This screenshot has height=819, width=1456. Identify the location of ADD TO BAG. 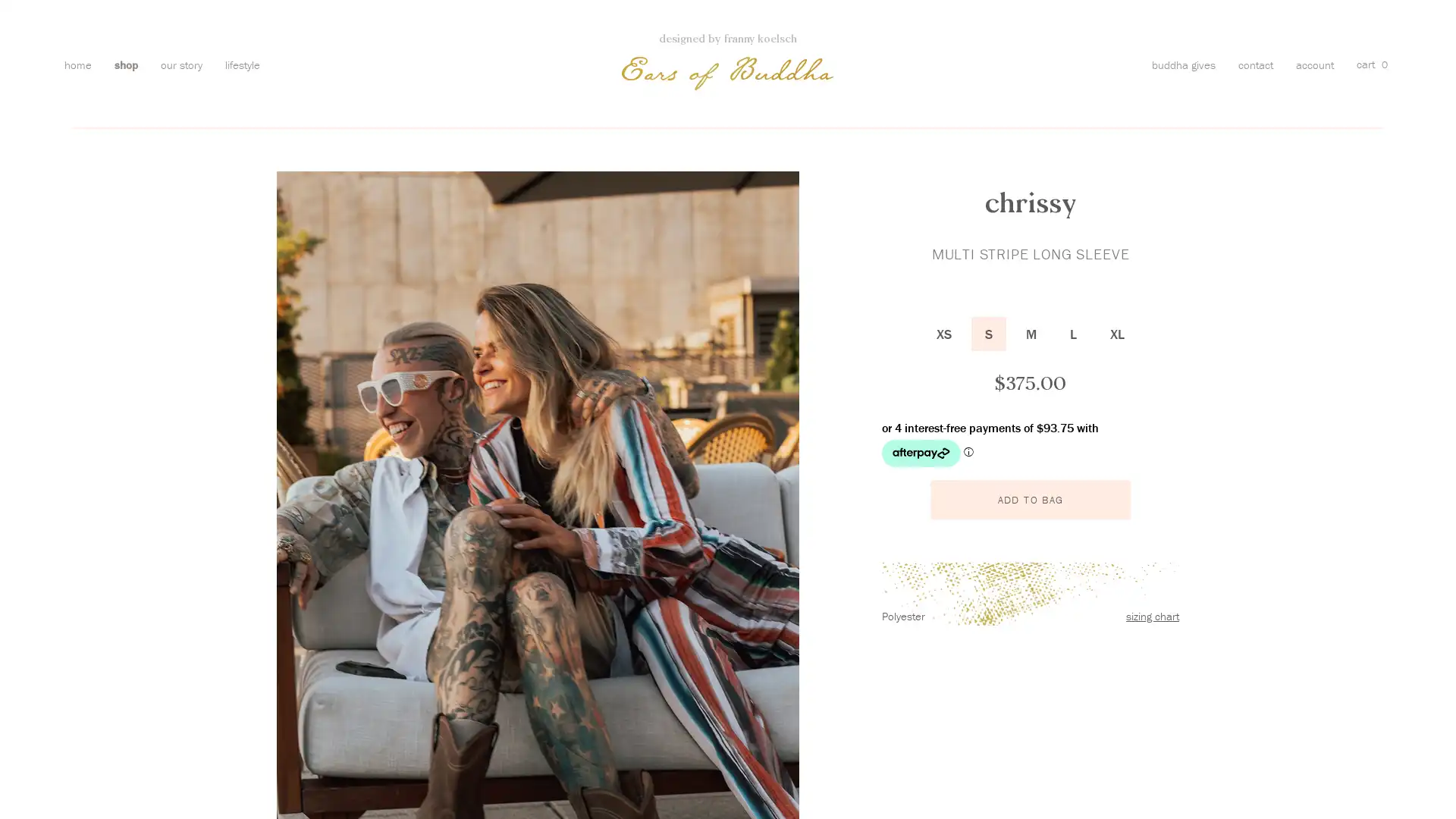
(1030, 503).